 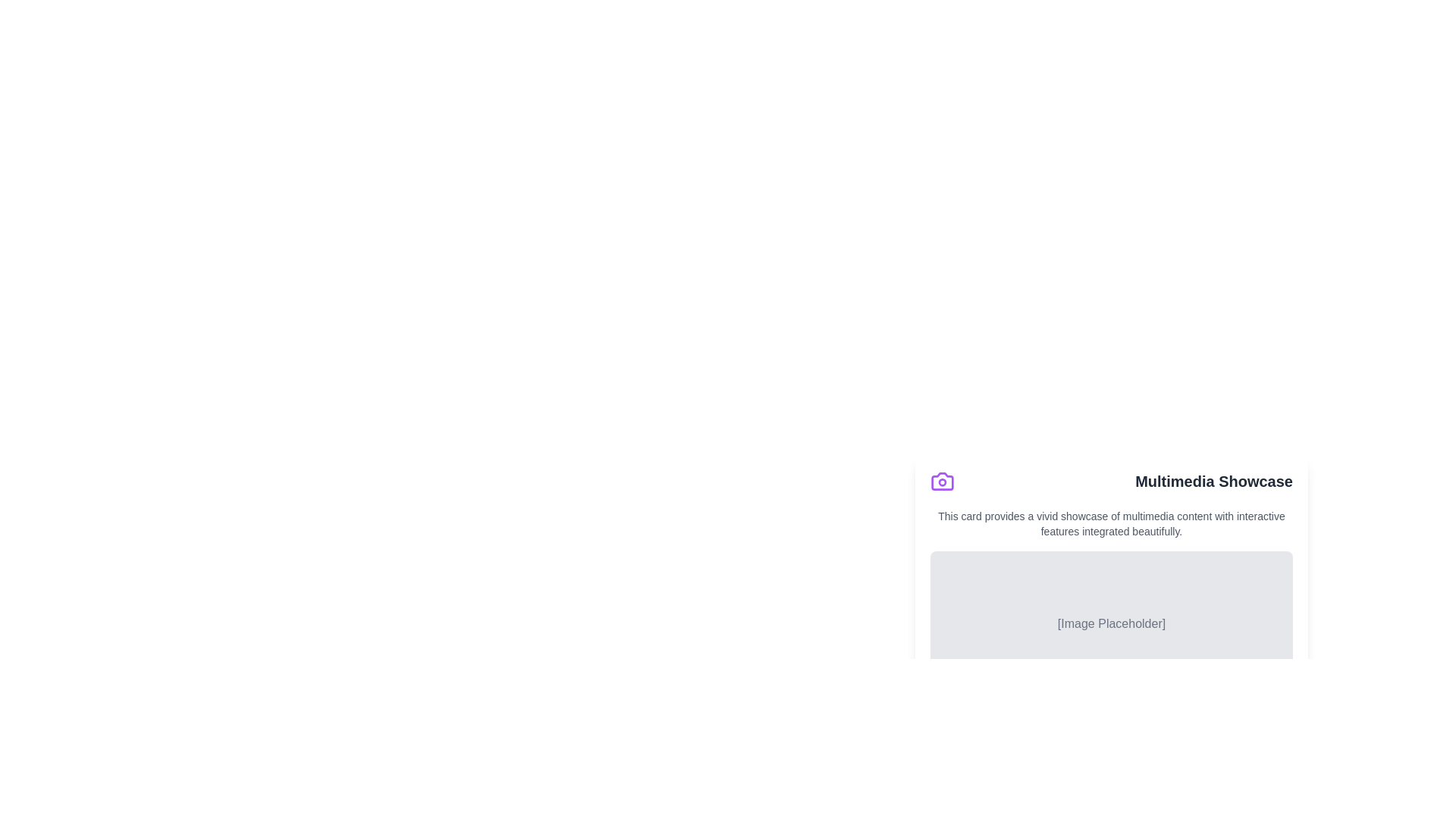 What do you see at coordinates (1214, 482) in the screenshot?
I see `text content of the text label that serves as the title for the multimedia section, positioned to the right of a purple camera icon in a card layout` at bounding box center [1214, 482].